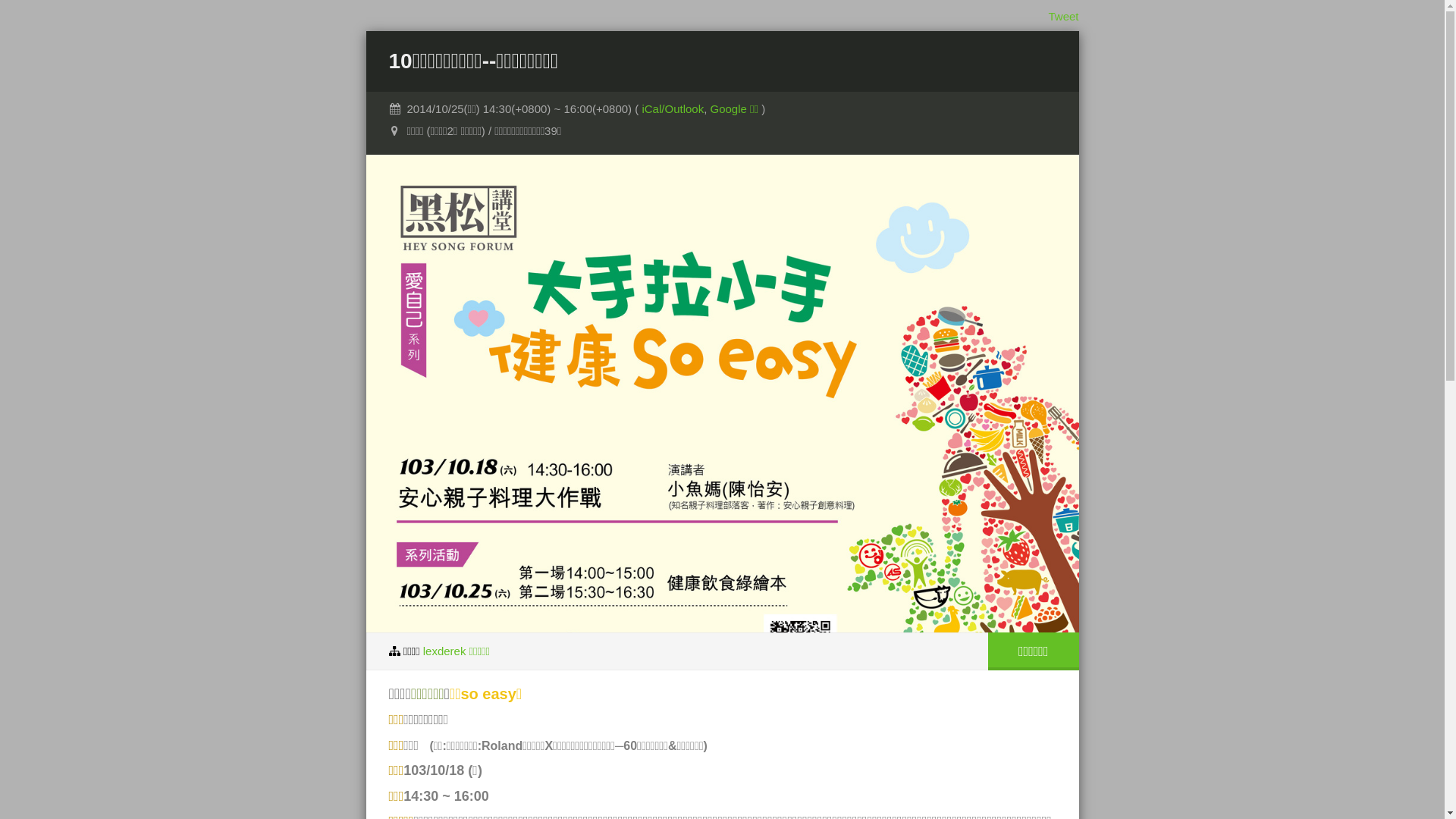  Describe the element at coordinates (1062, 16) in the screenshot. I see `'Tweet'` at that location.